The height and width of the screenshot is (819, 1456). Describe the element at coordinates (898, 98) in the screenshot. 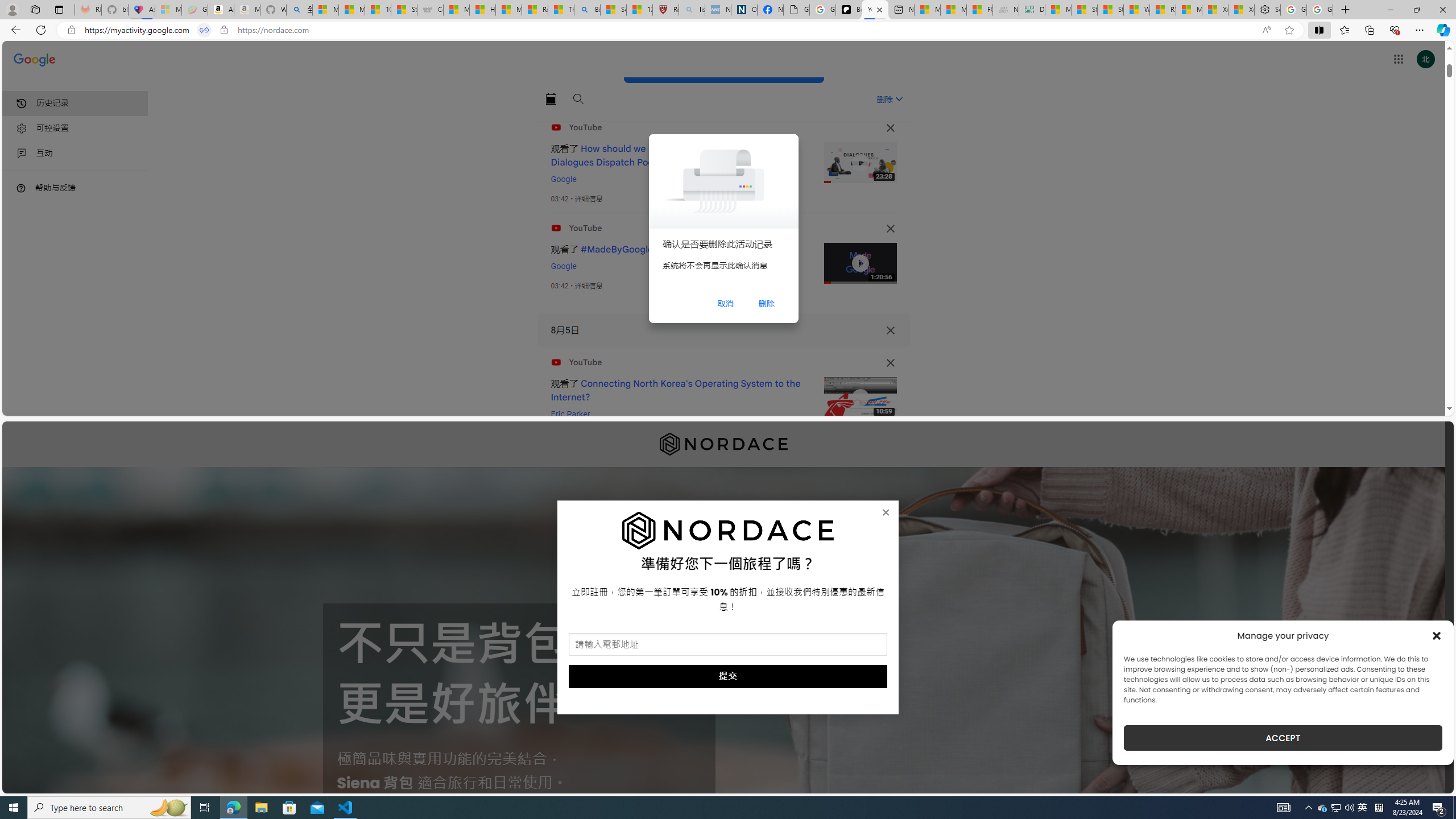

I see `'Class: asE2Ub NMm5M'` at that location.